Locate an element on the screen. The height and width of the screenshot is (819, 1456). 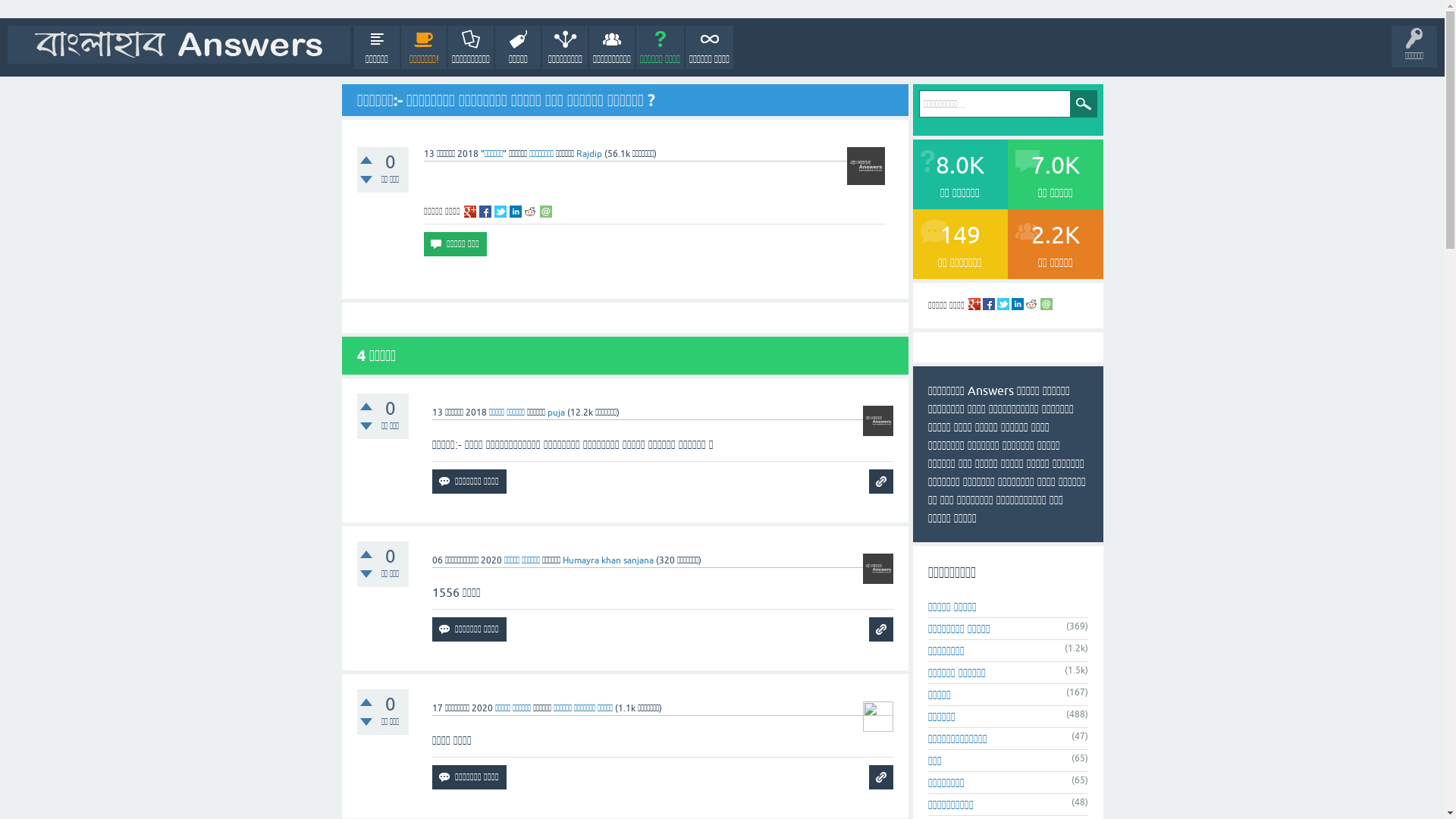
'+' is located at coordinates (365, 160).